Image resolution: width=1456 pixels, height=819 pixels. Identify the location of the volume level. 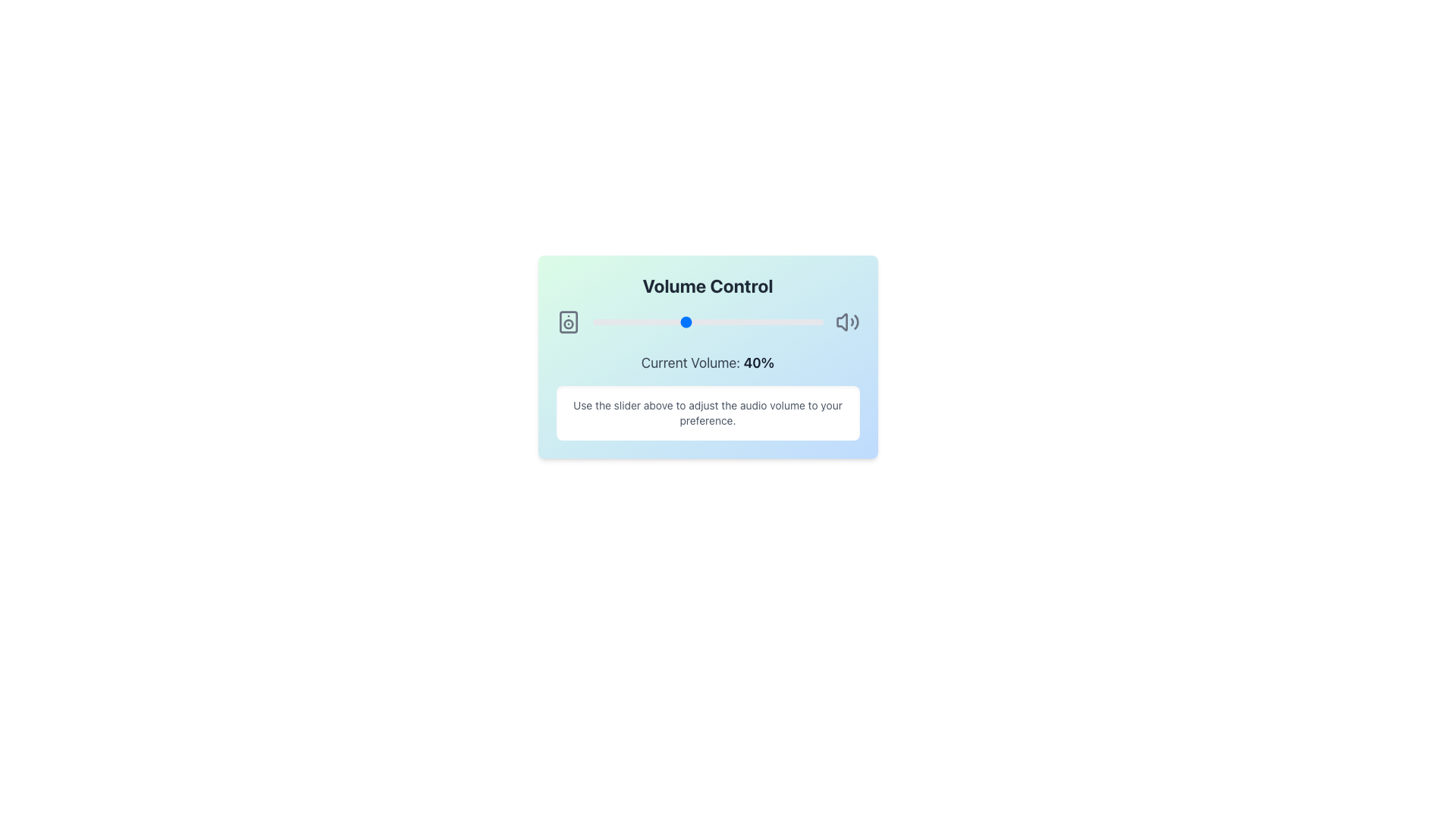
(761, 321).